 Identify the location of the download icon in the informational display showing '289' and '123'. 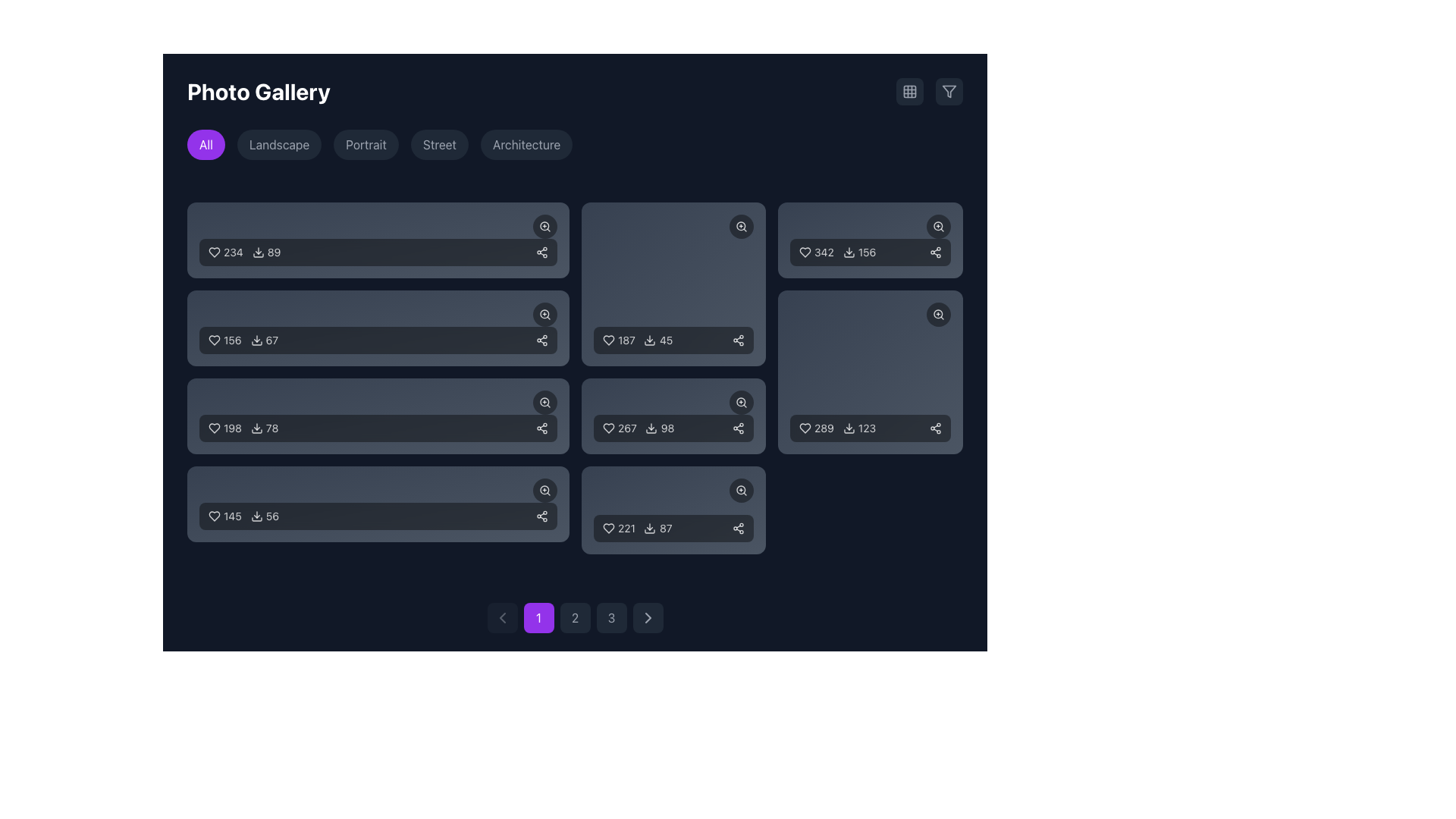
(871, 428).